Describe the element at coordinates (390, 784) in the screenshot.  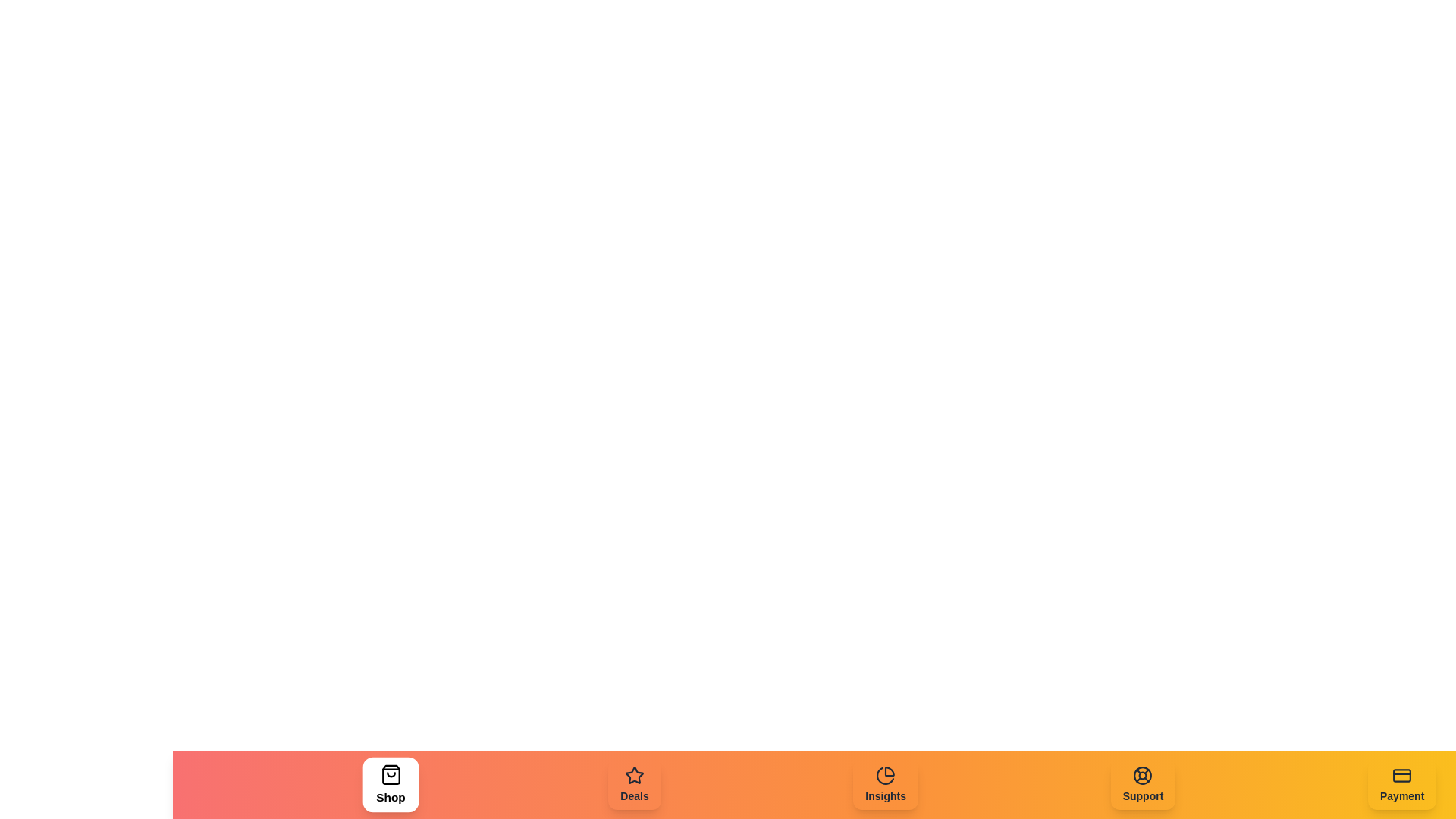
I see `the Shop element in the navigation bar` at that location.